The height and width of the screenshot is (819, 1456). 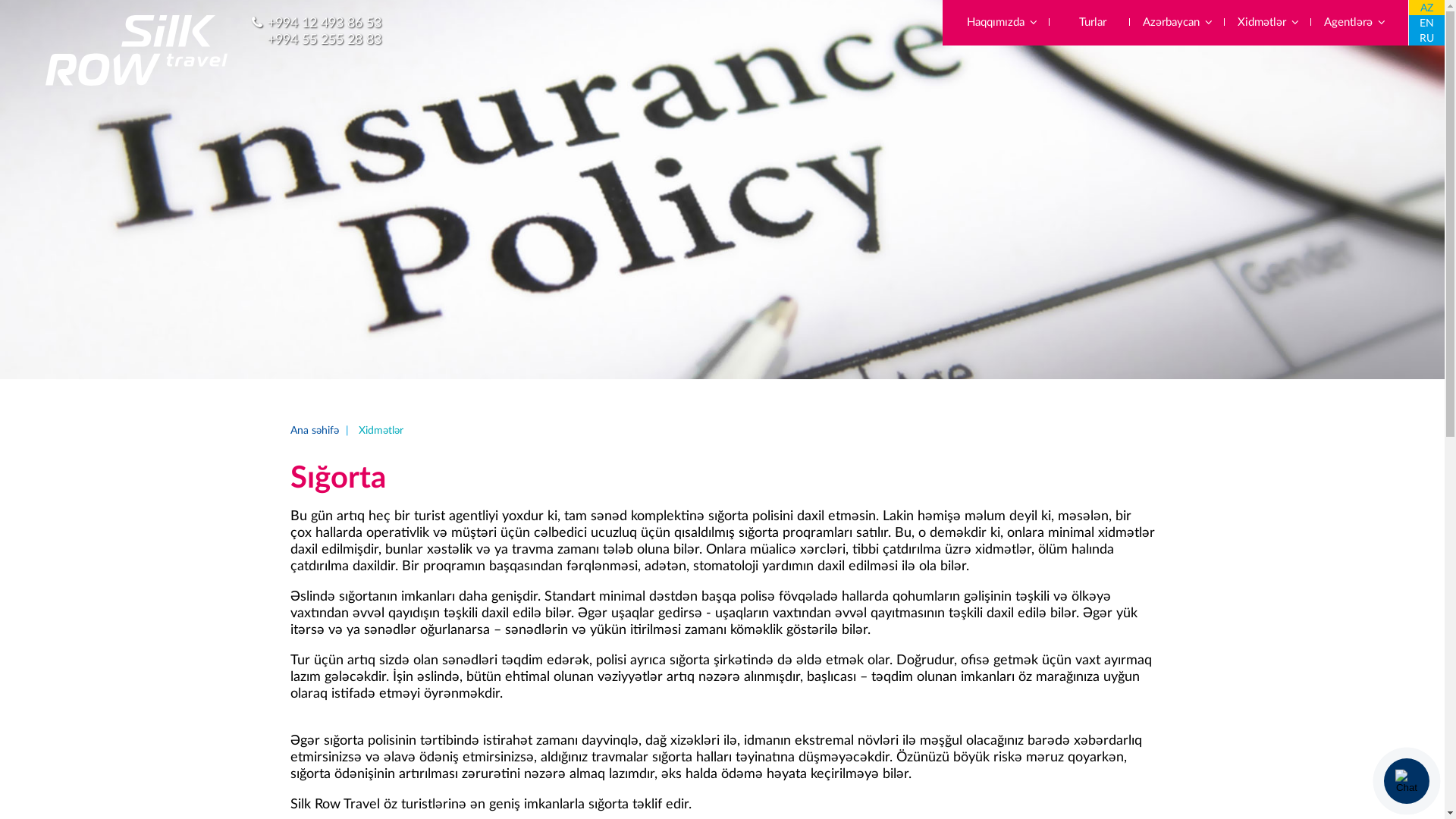 What do you see at coordinates (1090, 23) in the screenshot?
I see `'Turlar'` at bounding box center [1090, 23].